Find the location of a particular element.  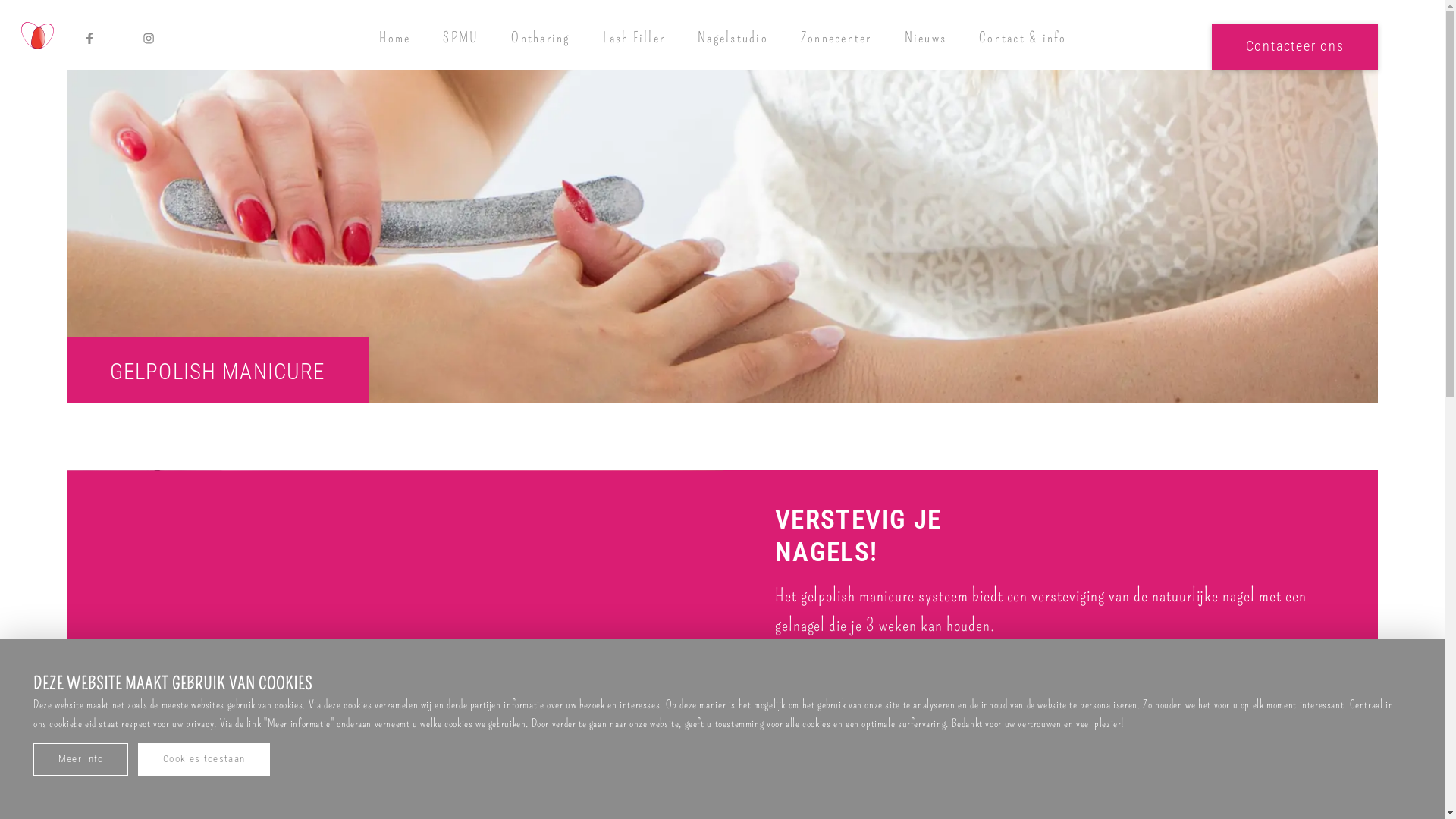

'Meer info' is located at coordinates (80, 759).